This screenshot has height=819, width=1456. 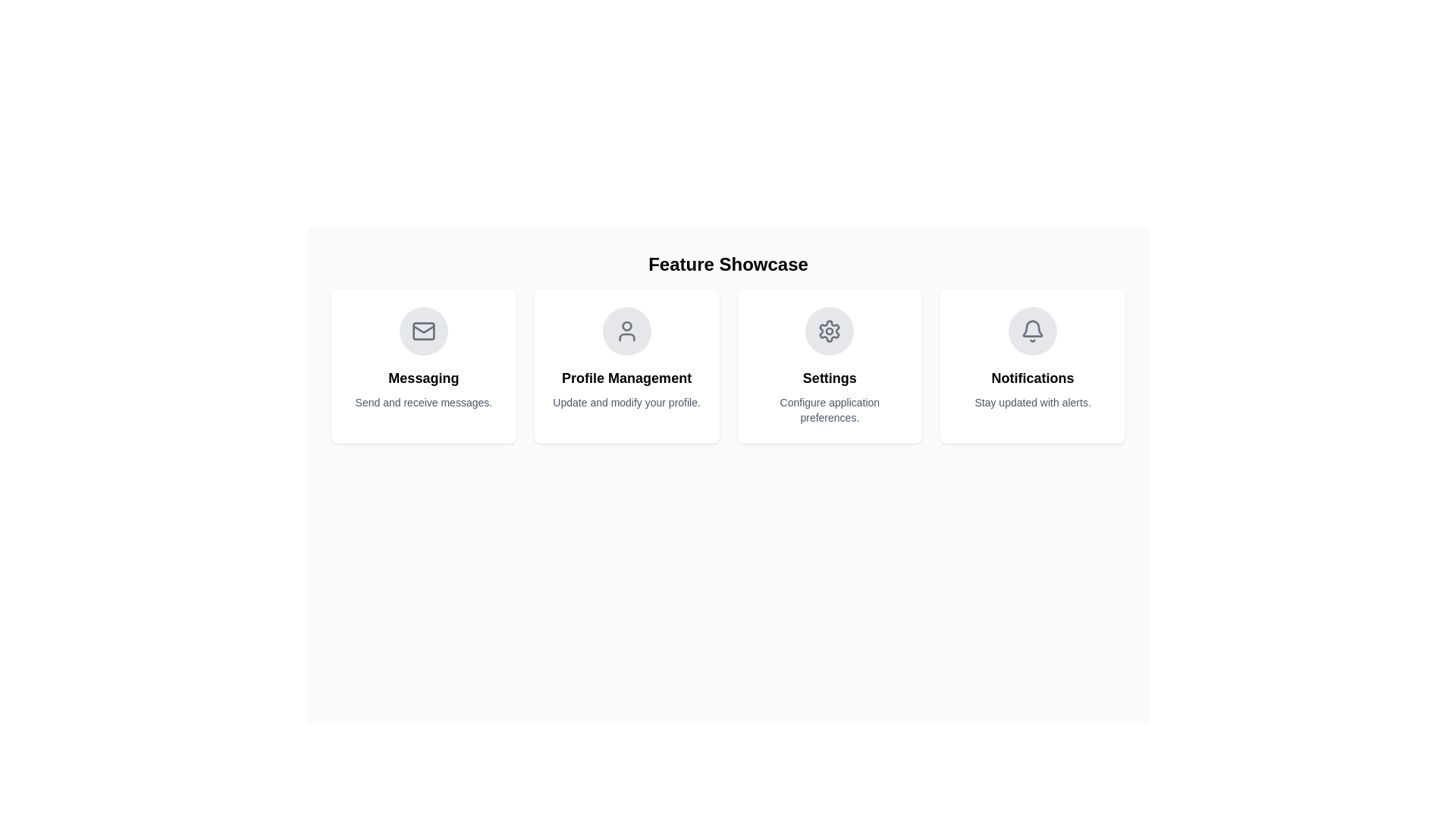 I want to click on static text label displaying 'Configure application preferences.' located below the 'Settings' header in the third card of a four-card layout, so click(x=829, y=409).